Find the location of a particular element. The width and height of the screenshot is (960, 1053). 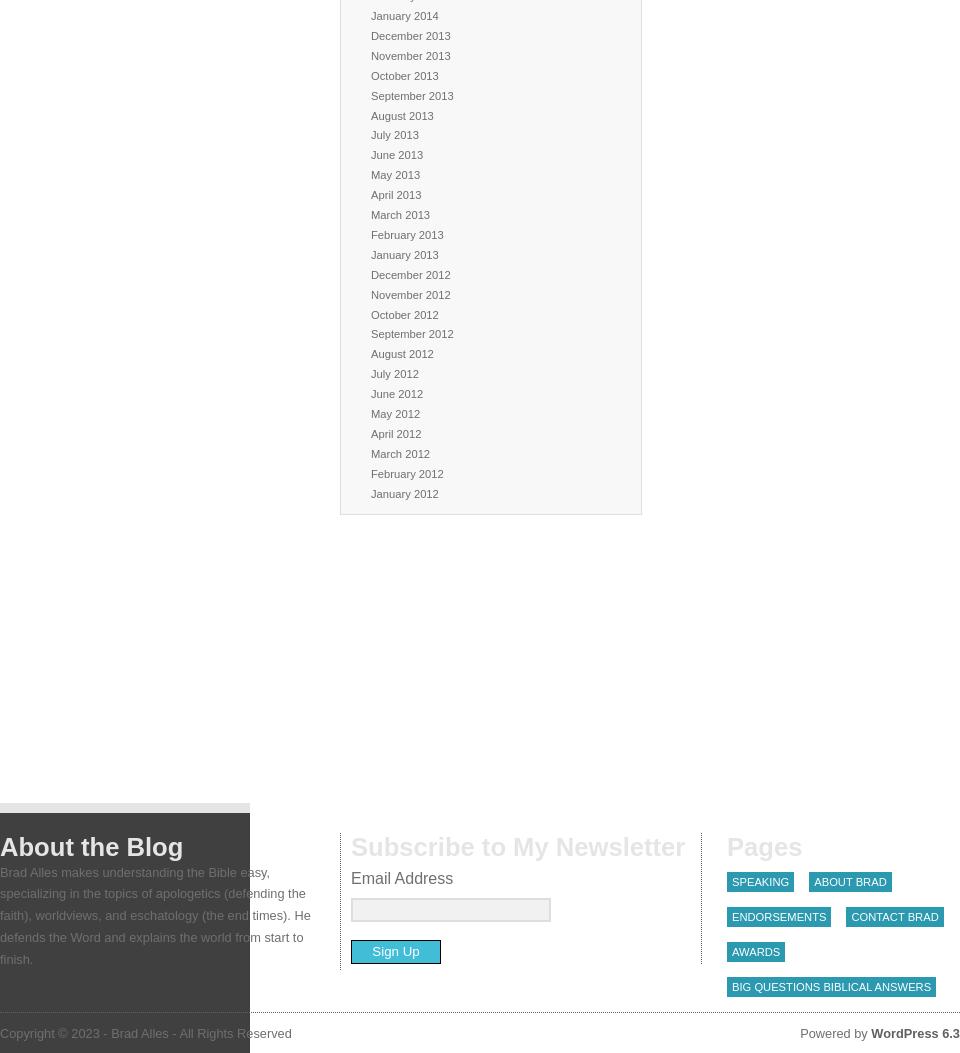

'October 2013' is located at coordinates (403, 73).